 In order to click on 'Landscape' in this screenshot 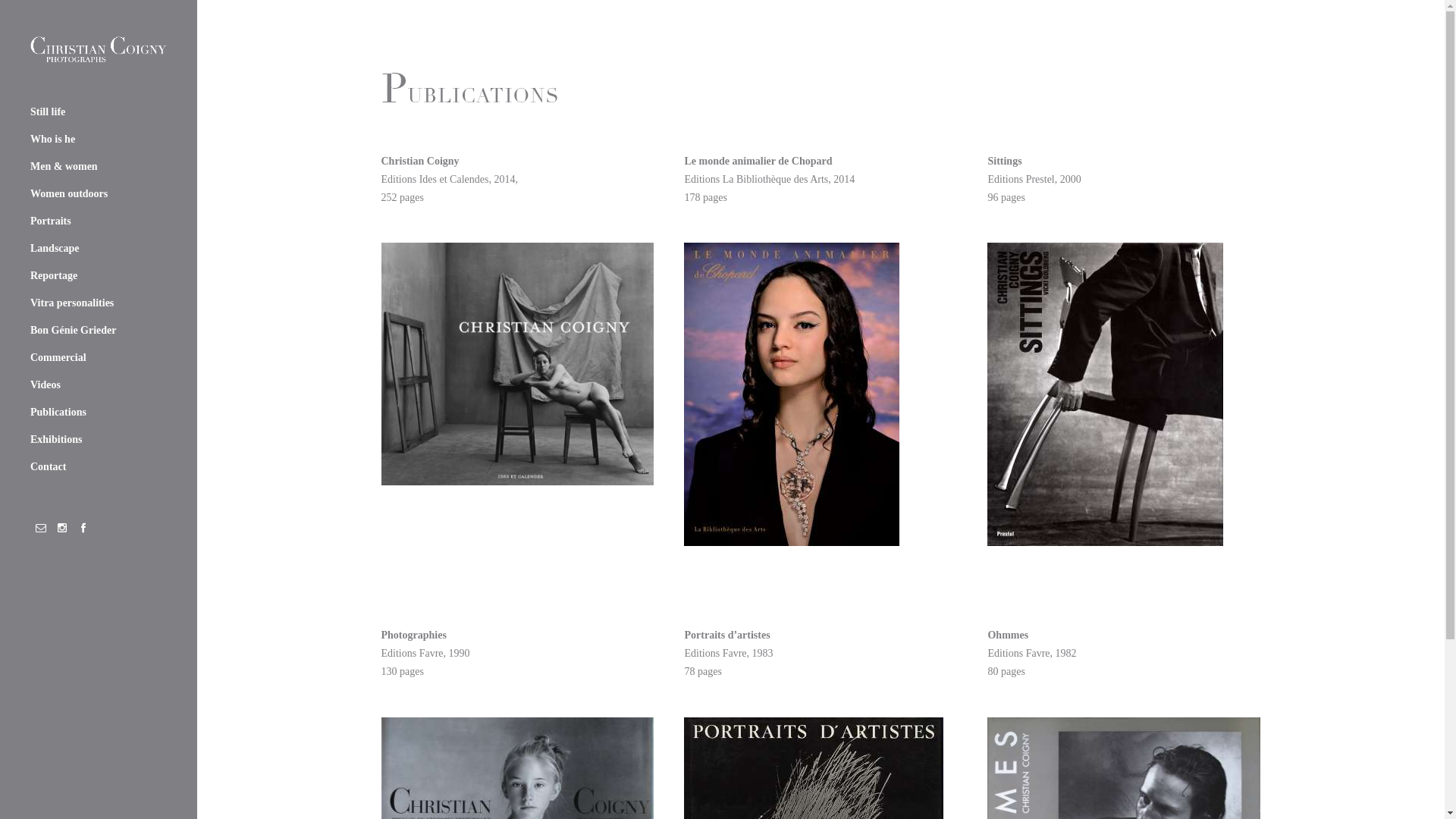, I will do `click(97, 247)`.